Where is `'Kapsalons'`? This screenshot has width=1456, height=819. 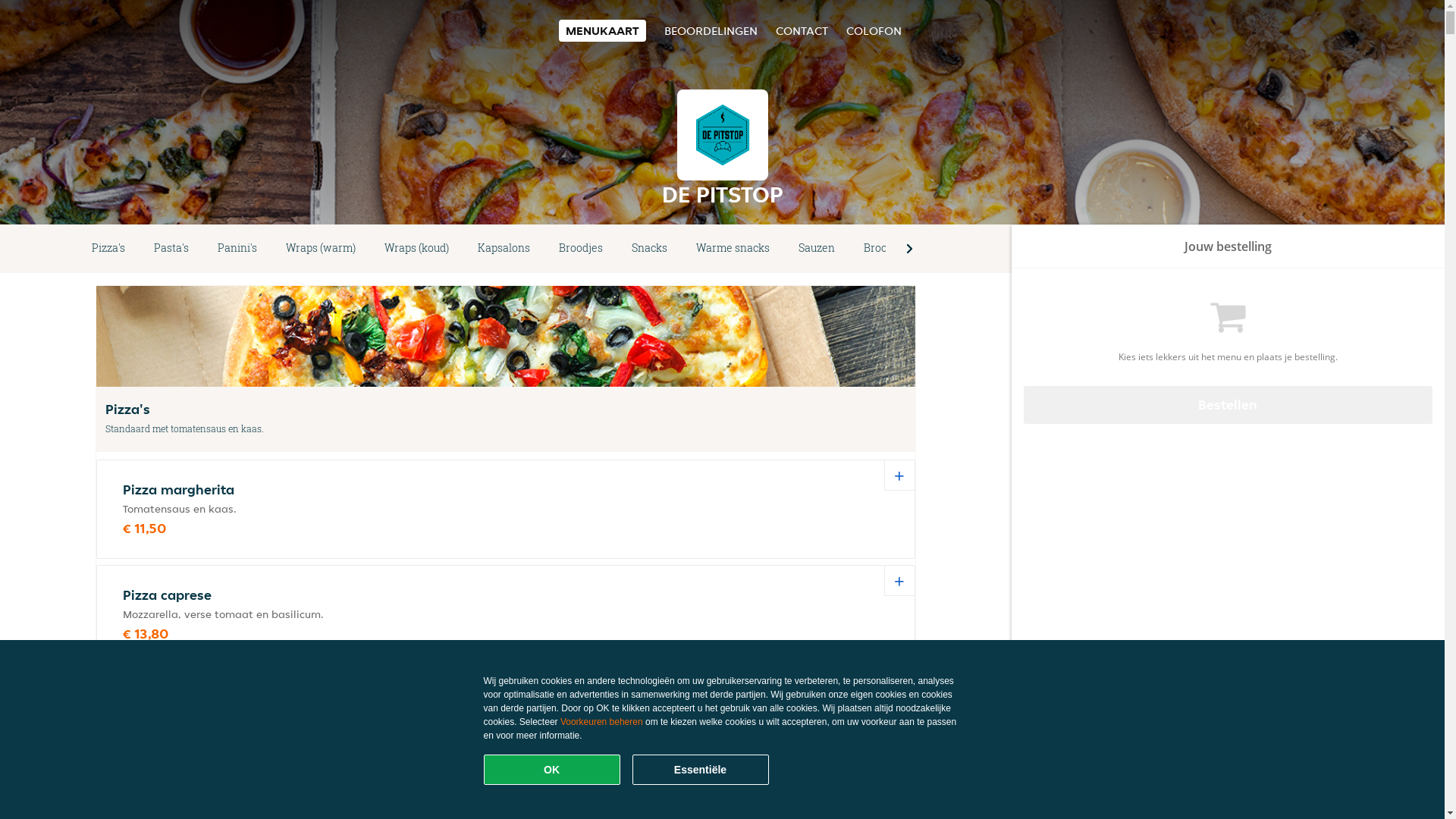
'Kapsalons' is located at coordinates (504, 247).